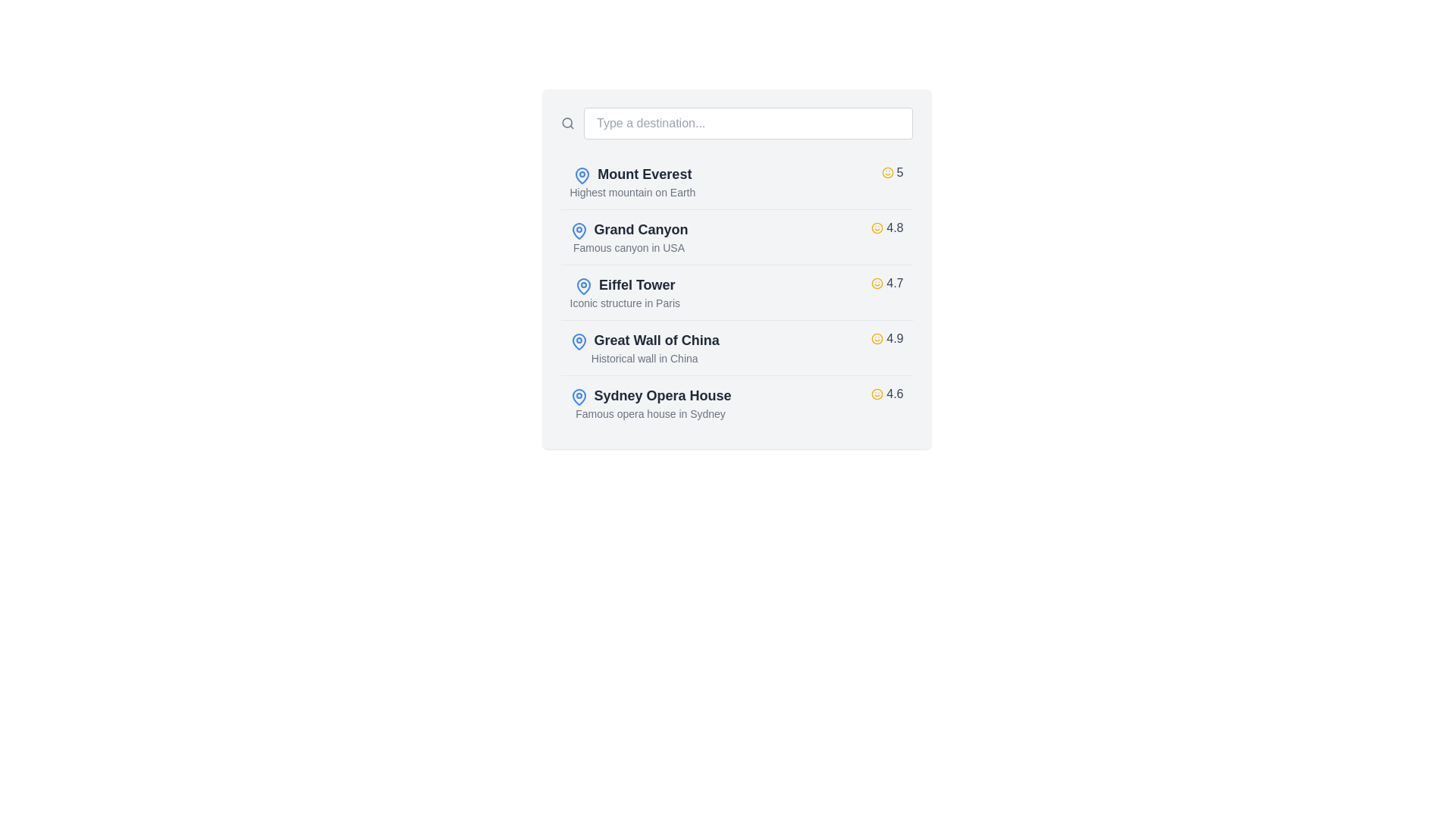 Image resolution: width=1456 pixels, height=819 pixels. I want to click on the text label displaying the numerical rating for 'Sydney Opera House' located at the bottom of the list adjacent to a yellow emoji icon for copying, so click(895, 394).